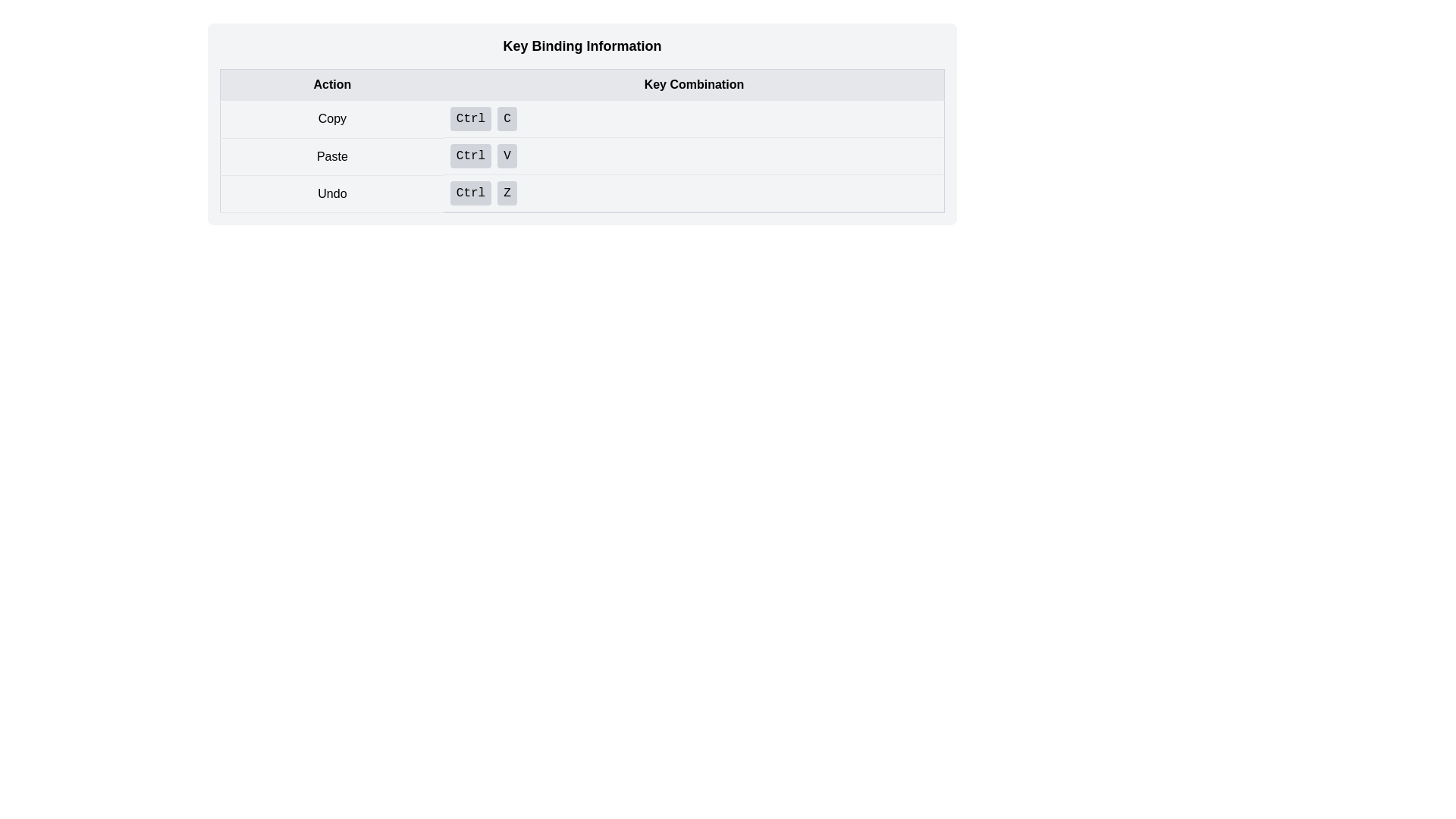  What do you see at coordinates (469, 118) in the screenshot?
I see `the static text label indicating the 'Ctrl' key in the 'Key Binding Information' table, which serves as an informative visual indicator for the 'Copy' action` at bounding box center [469, 118].